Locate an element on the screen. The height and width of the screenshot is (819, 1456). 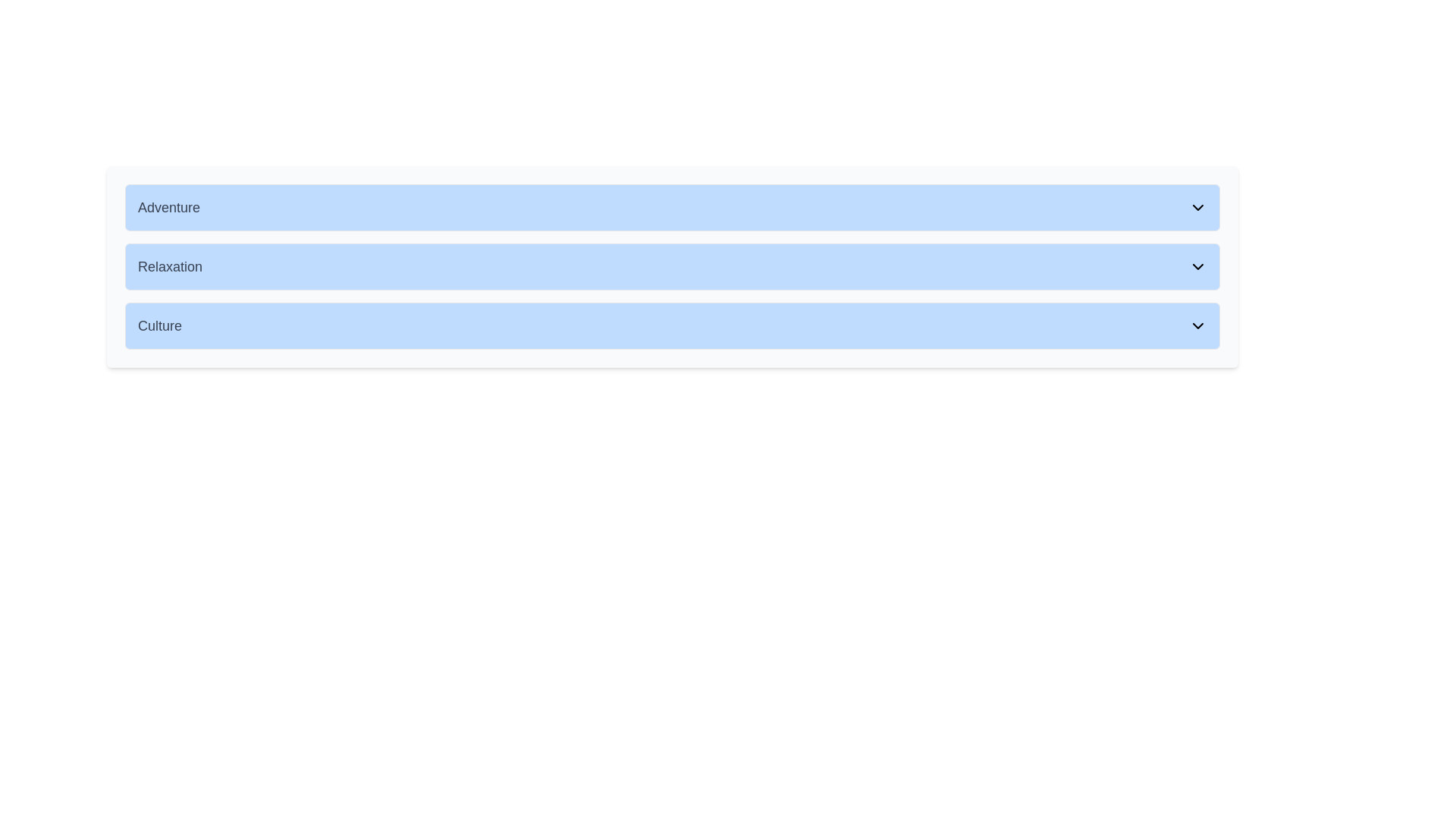
the yellow outlined star icon located to the right of the downward arrow in the blue rectangular area labeled 'Culture' is located at coordinates (1207, 320).